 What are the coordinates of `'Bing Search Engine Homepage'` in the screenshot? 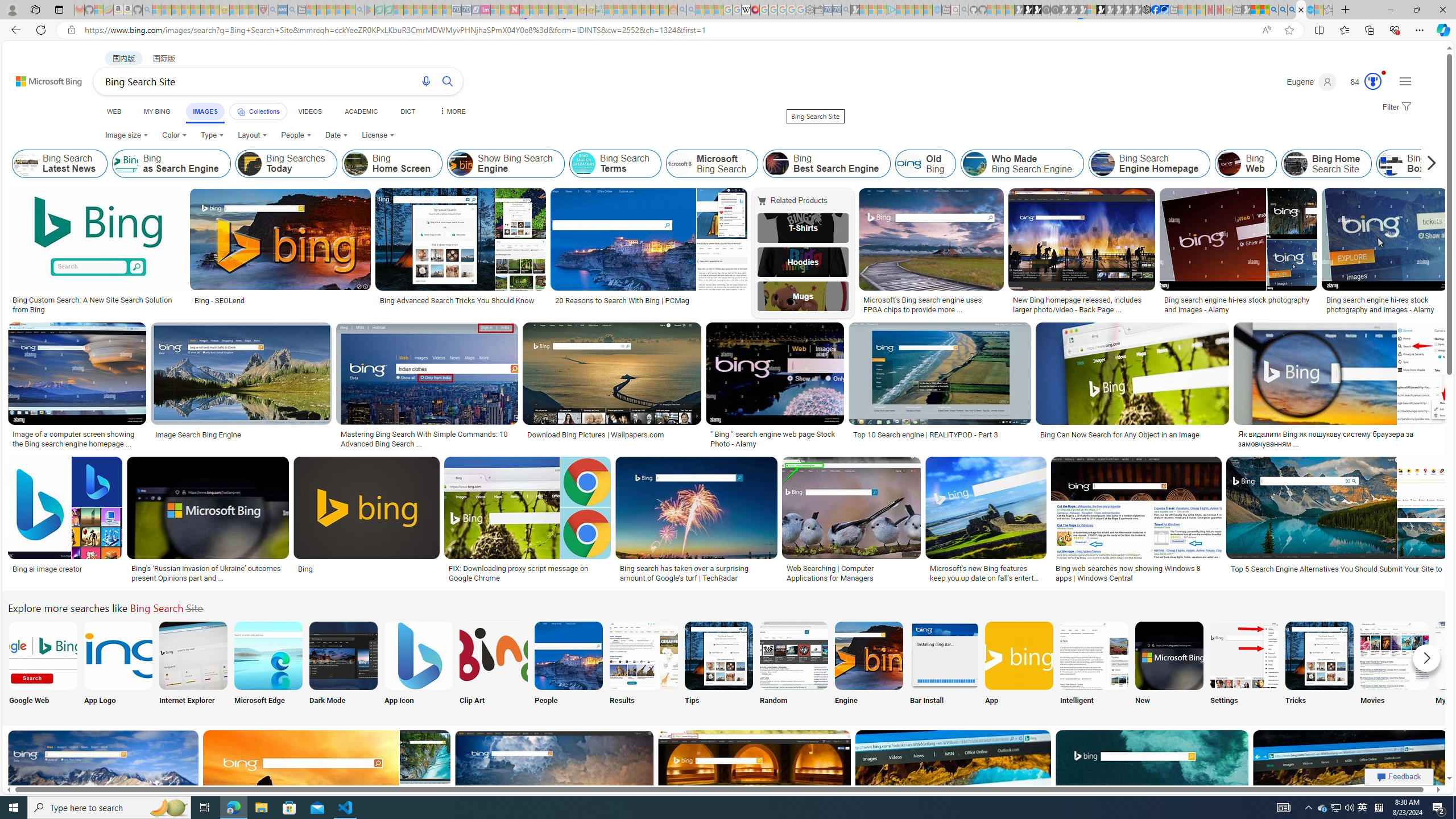 It's located at (1149, 163).